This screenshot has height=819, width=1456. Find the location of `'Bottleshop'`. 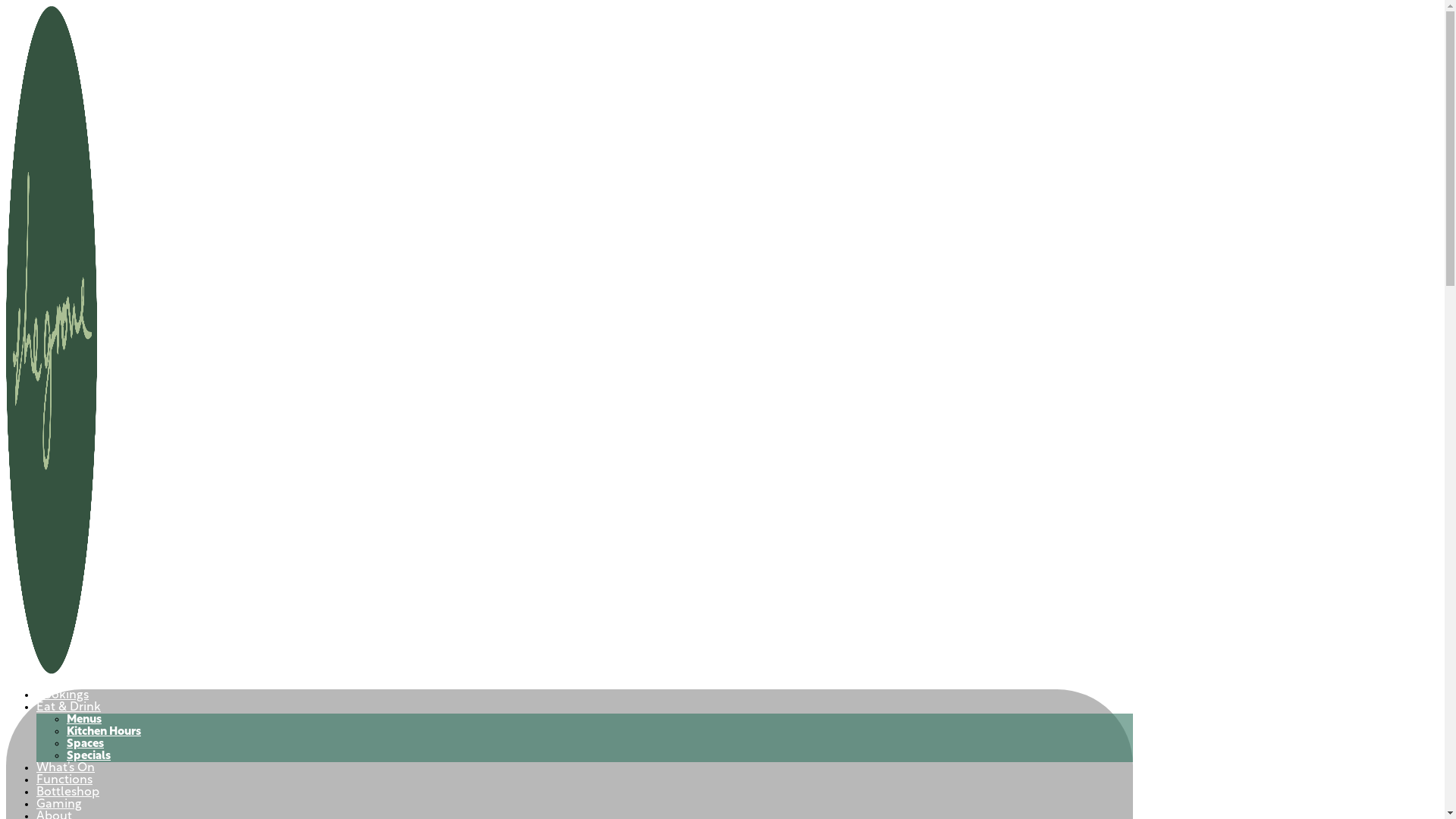

'Bottleshop' is located at coordinates (67, 792).